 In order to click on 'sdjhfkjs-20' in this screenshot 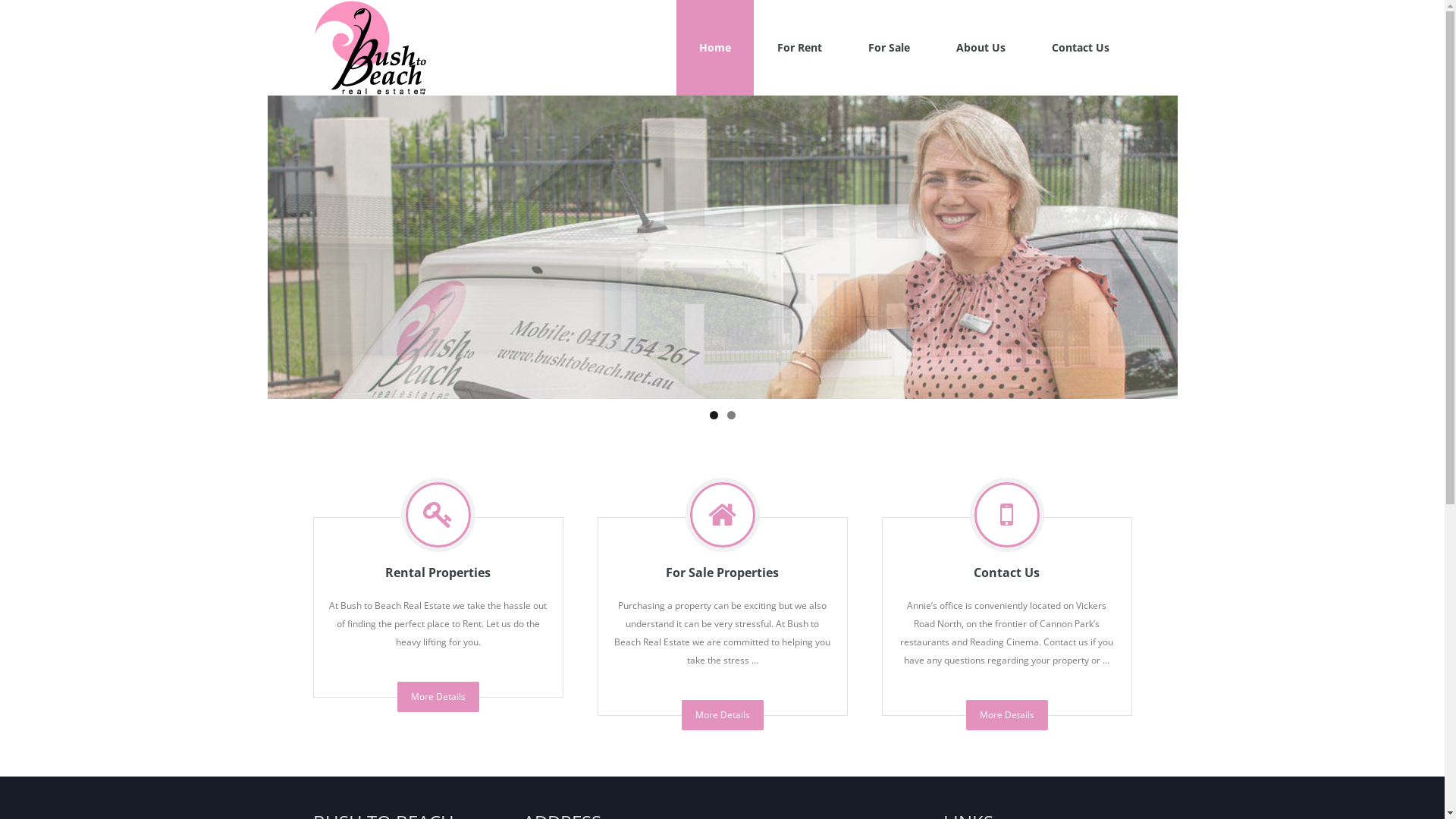, I will do `click(720, 246)`.